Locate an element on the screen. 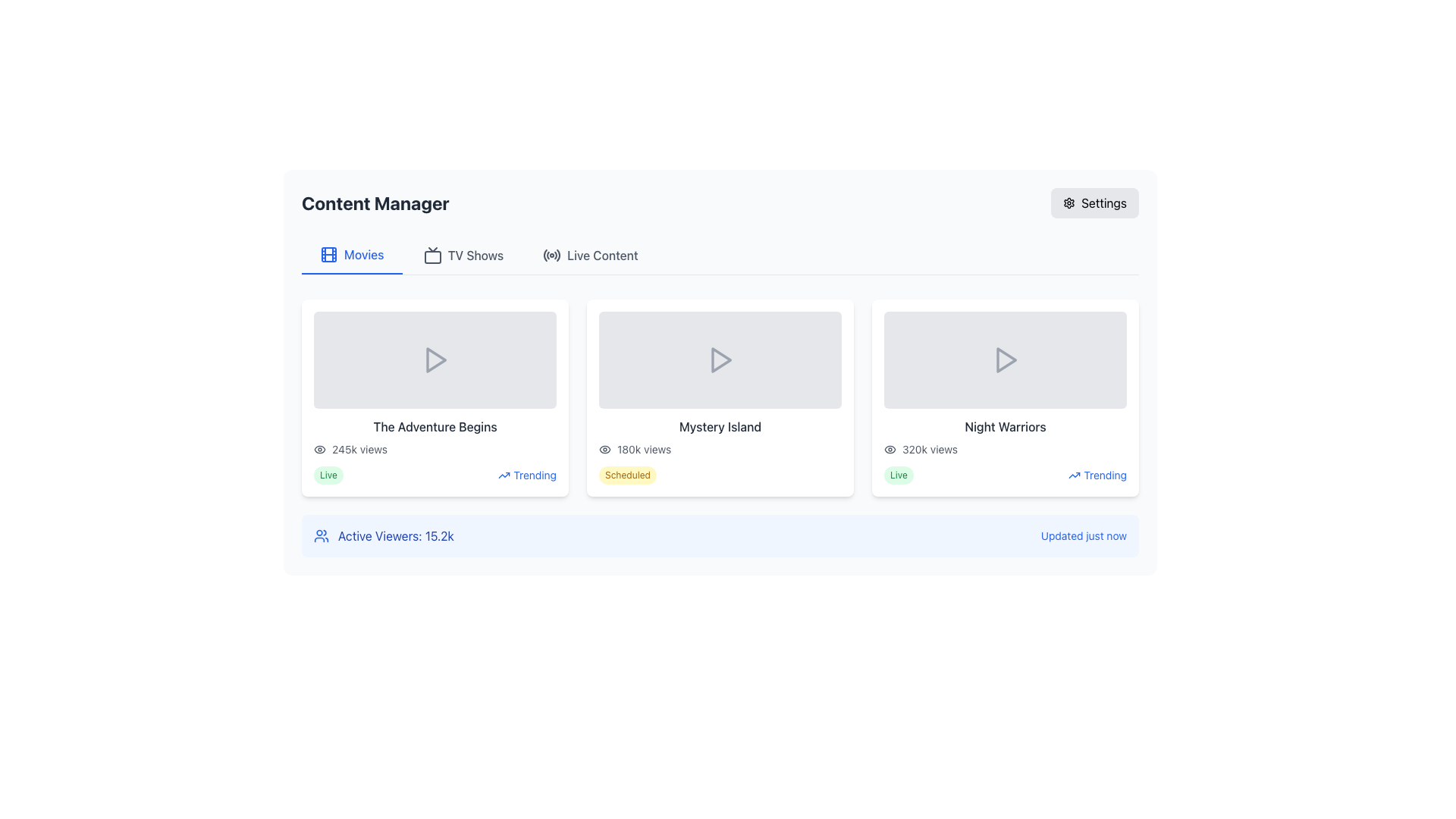  the interactive card or content tile located centrally in the grid, which represents a piece of content with details such as title and view count is located at coordinates (720, 397).